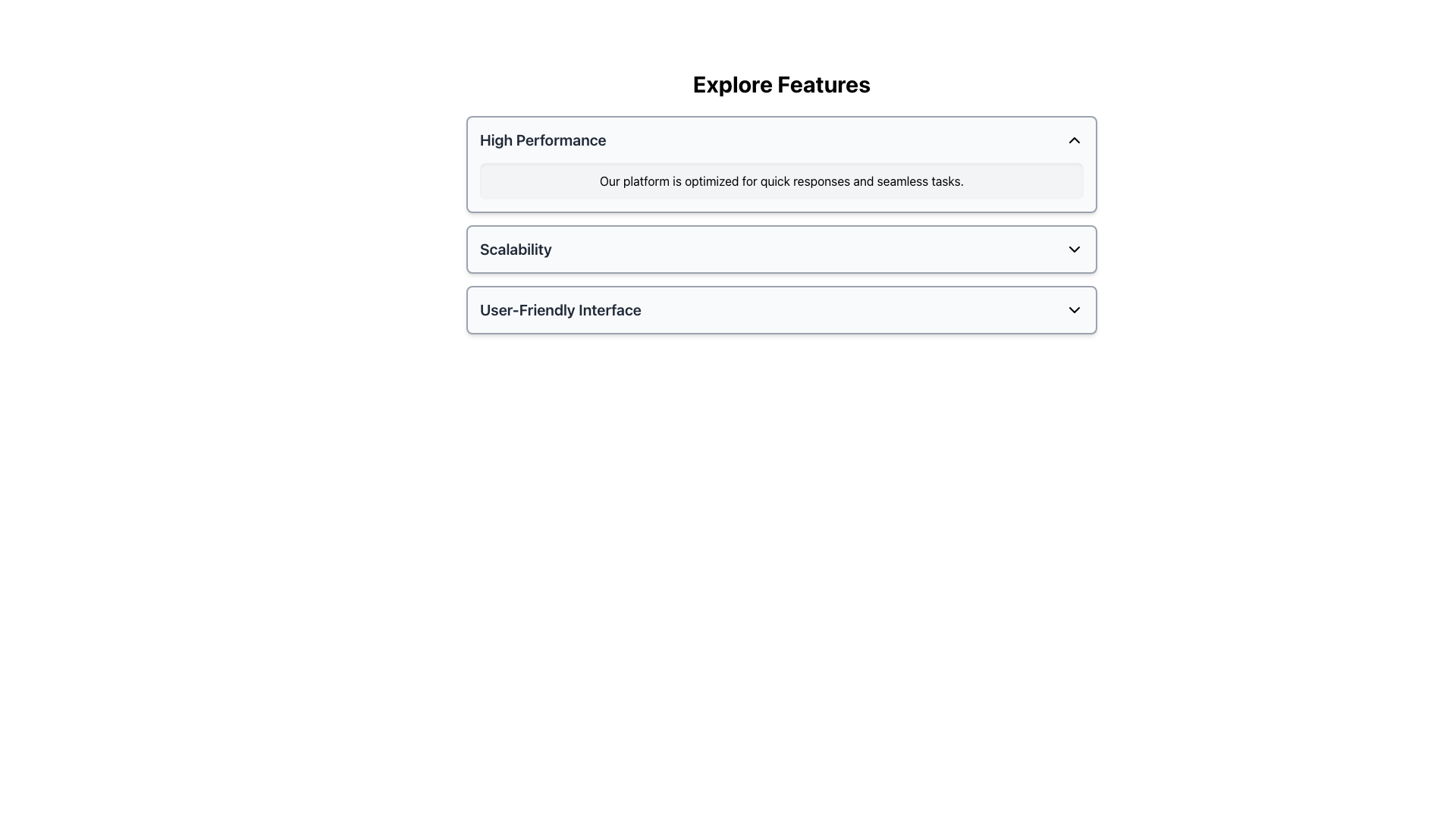 The image size is (1456, 819). Describe the element at coordinates (782, 84) in the screenshot. I see `the prominent, bold-styled header reading 'Explore Features', which is centrally aligned at the top of the section` at that location.